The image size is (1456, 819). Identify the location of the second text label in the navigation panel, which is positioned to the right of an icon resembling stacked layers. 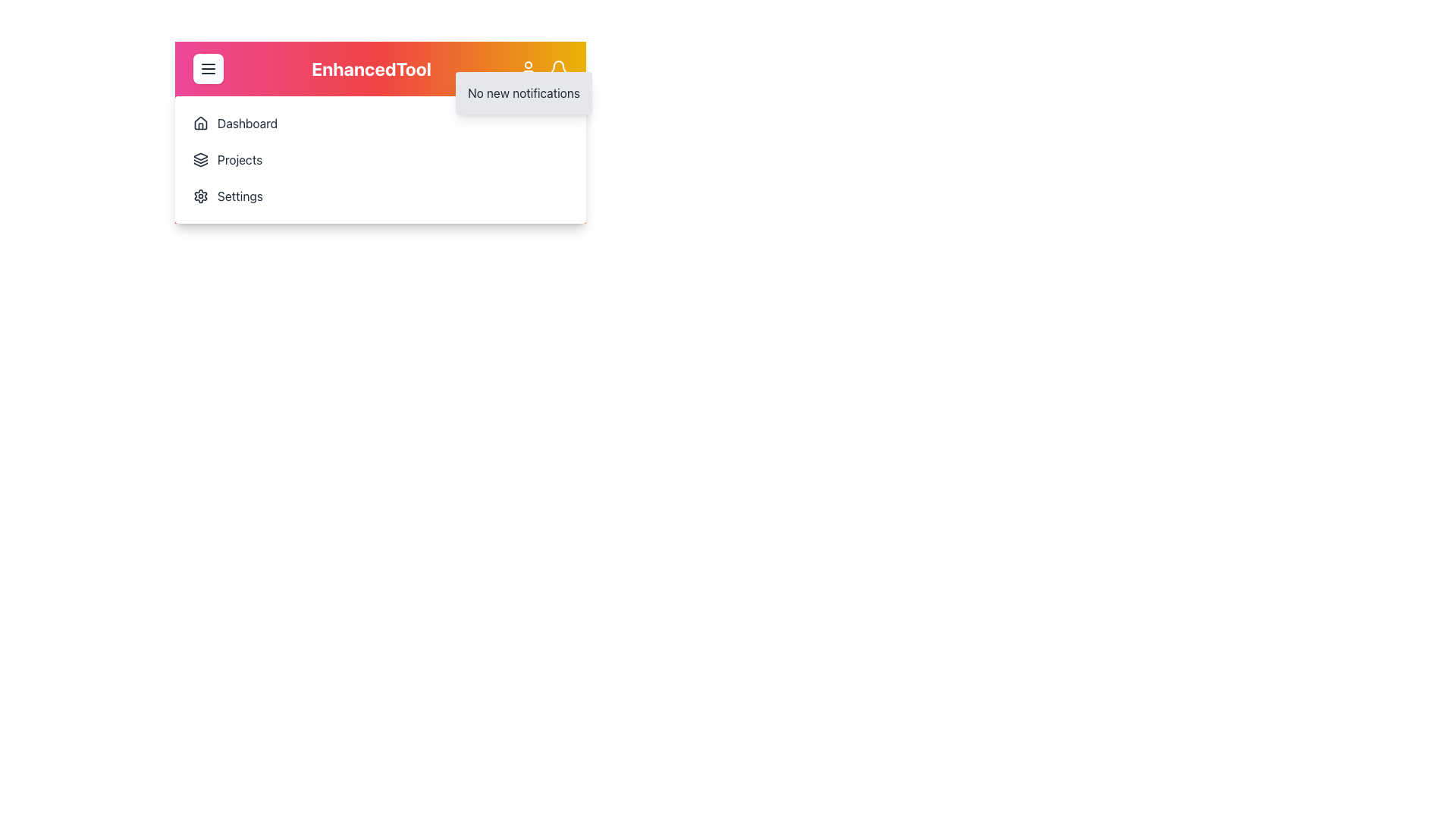
(239, 160).